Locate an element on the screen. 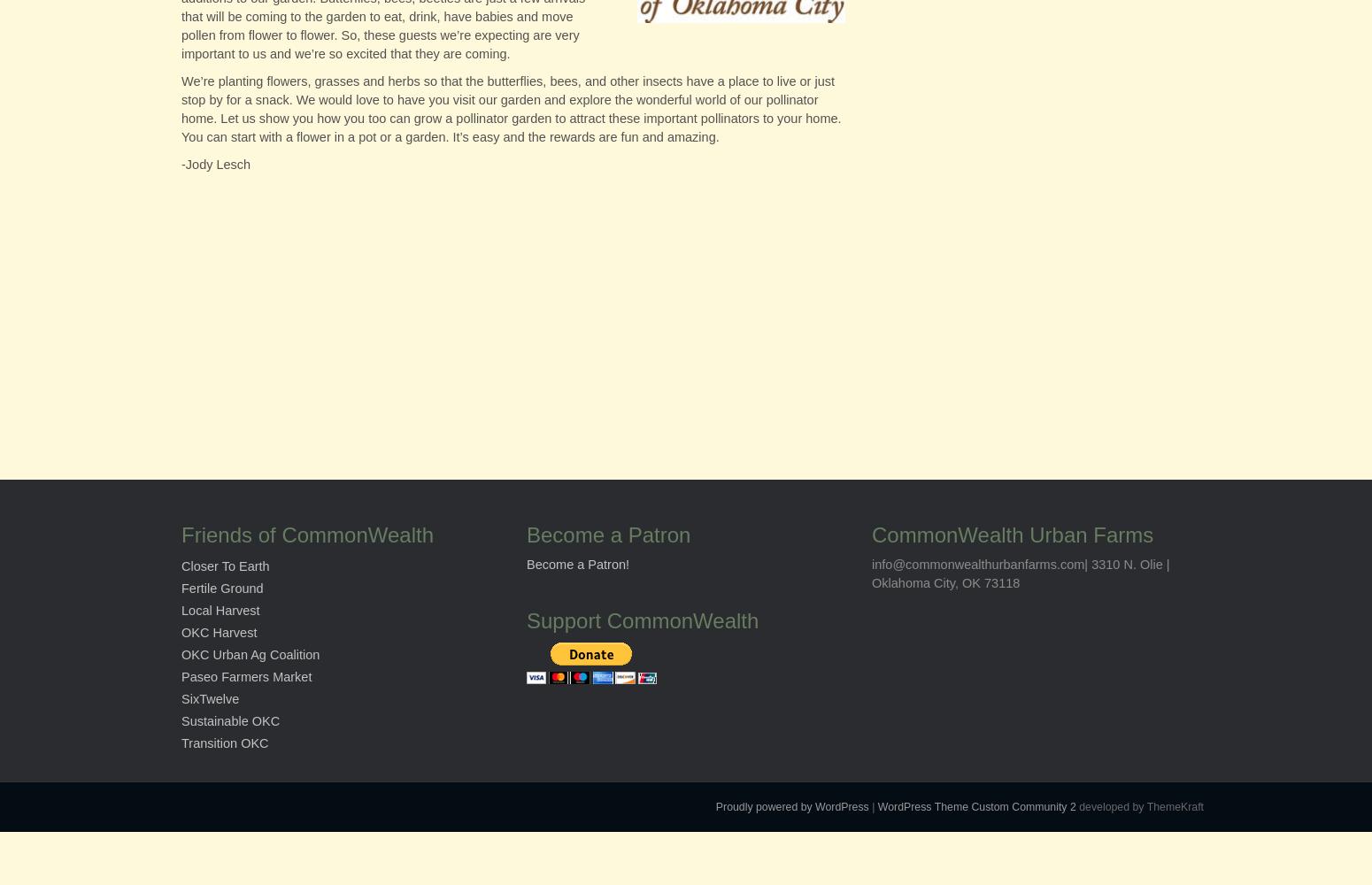  'Become a Patron' is located at coordinates (607, 534).